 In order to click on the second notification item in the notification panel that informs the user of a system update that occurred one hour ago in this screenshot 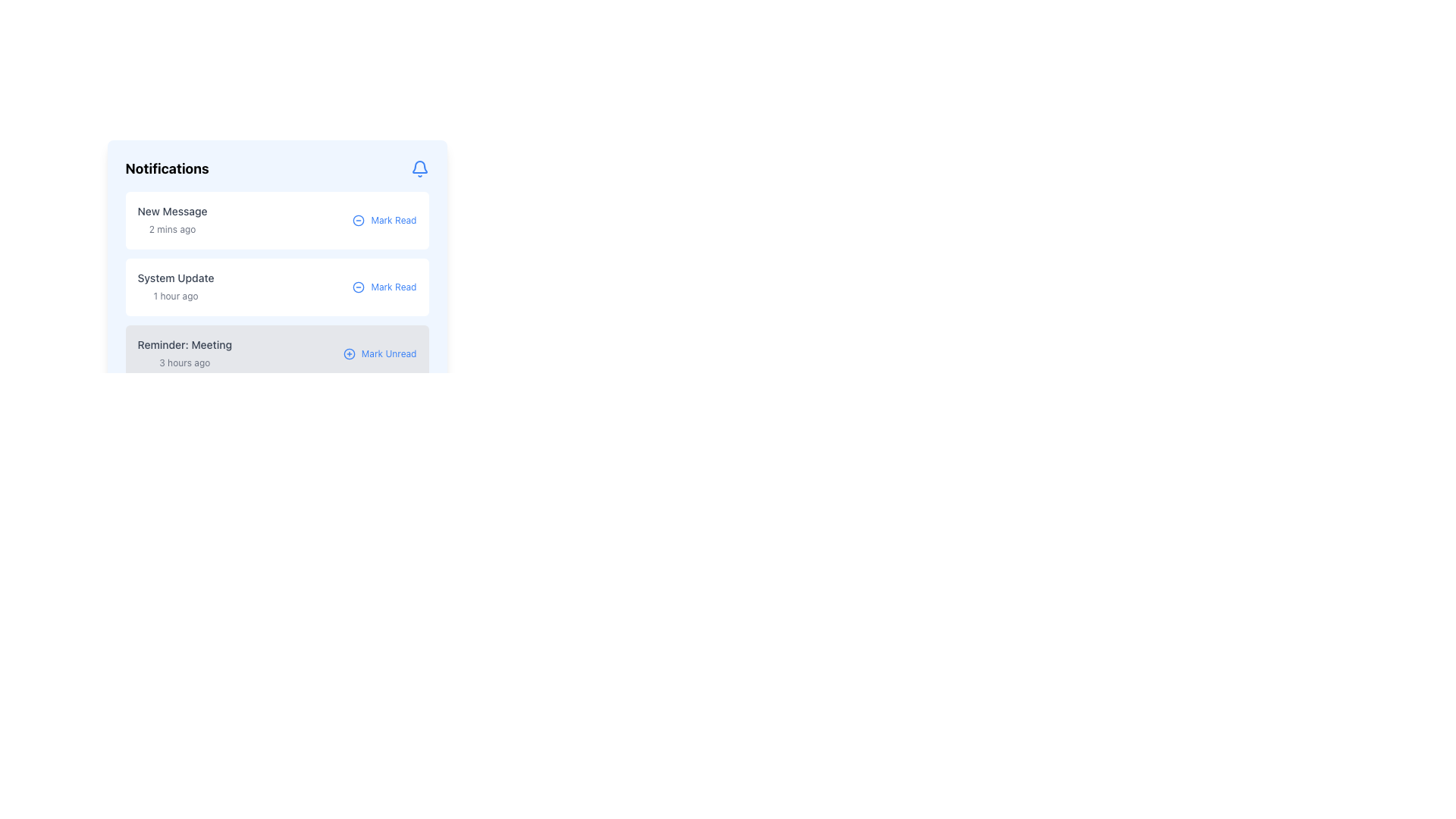, I will do `click(277, 270)`.